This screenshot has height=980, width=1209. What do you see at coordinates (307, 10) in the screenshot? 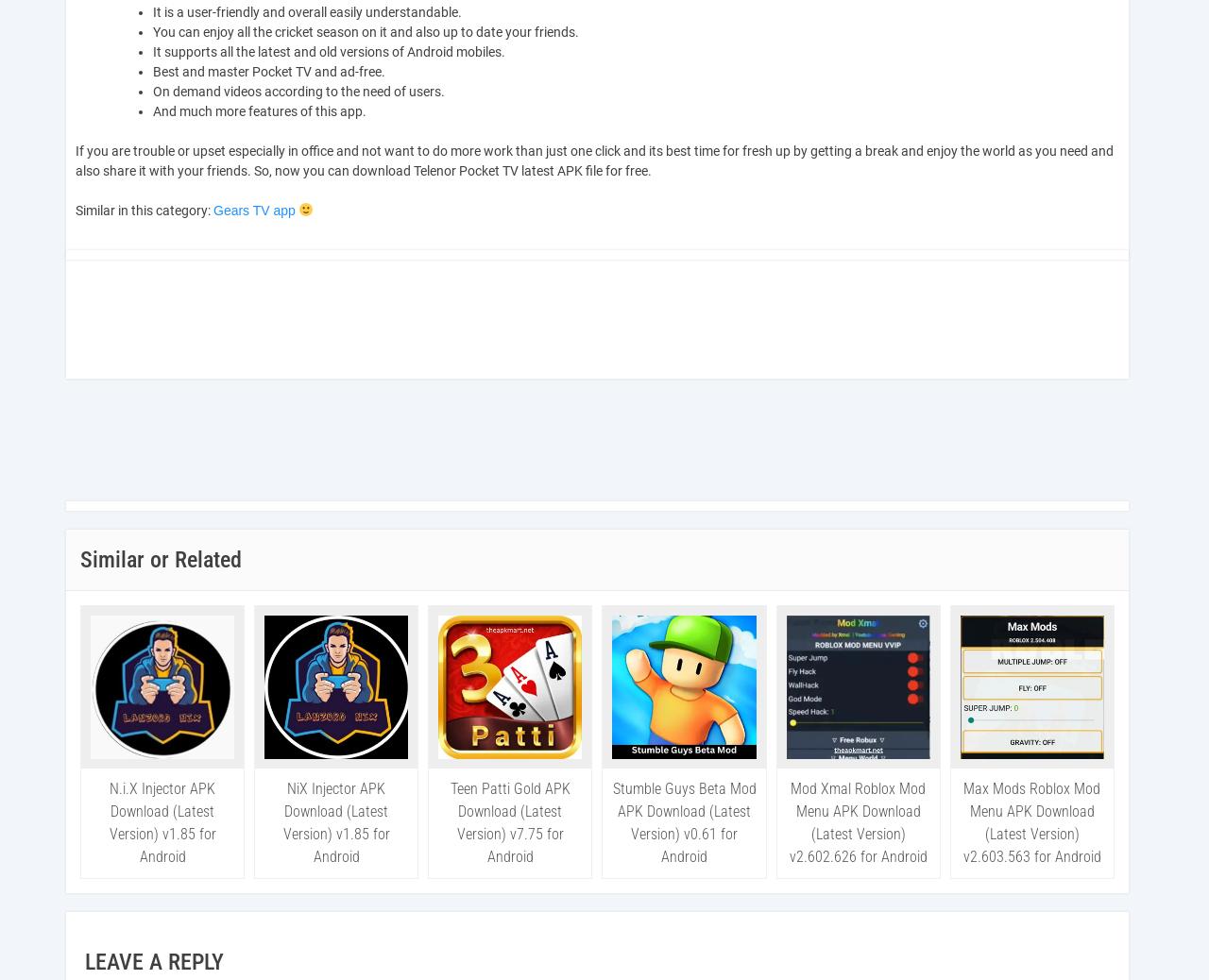
I see `'It is a user-friendly and overall easily understandable.'` at bounding box center [307, 10].